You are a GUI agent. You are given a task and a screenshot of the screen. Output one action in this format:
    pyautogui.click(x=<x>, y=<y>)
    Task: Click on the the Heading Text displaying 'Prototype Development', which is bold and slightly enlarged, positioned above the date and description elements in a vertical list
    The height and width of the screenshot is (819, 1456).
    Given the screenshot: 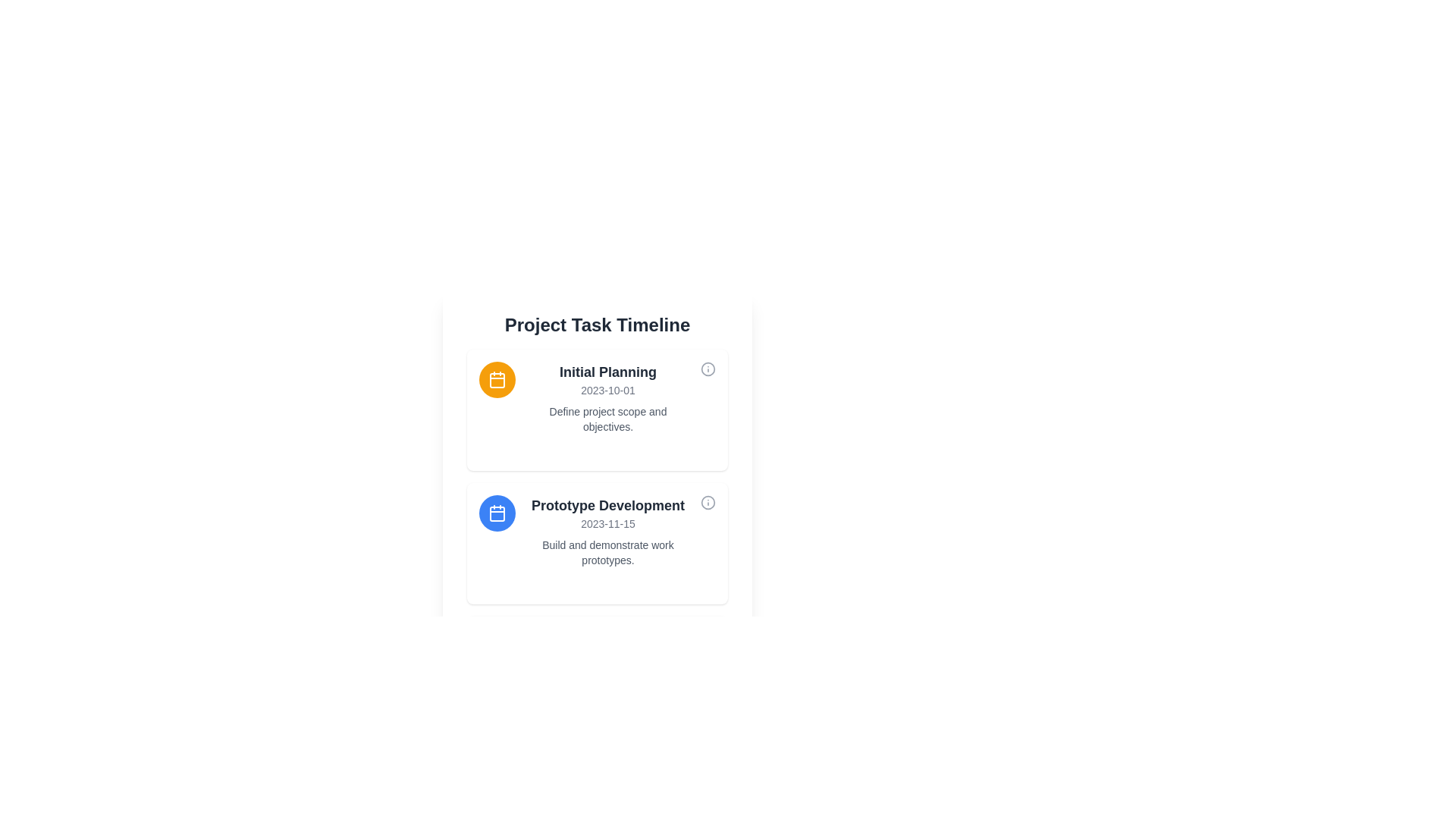 What is the action you would take?
    pyautogui.click(x=607, y=506)
    